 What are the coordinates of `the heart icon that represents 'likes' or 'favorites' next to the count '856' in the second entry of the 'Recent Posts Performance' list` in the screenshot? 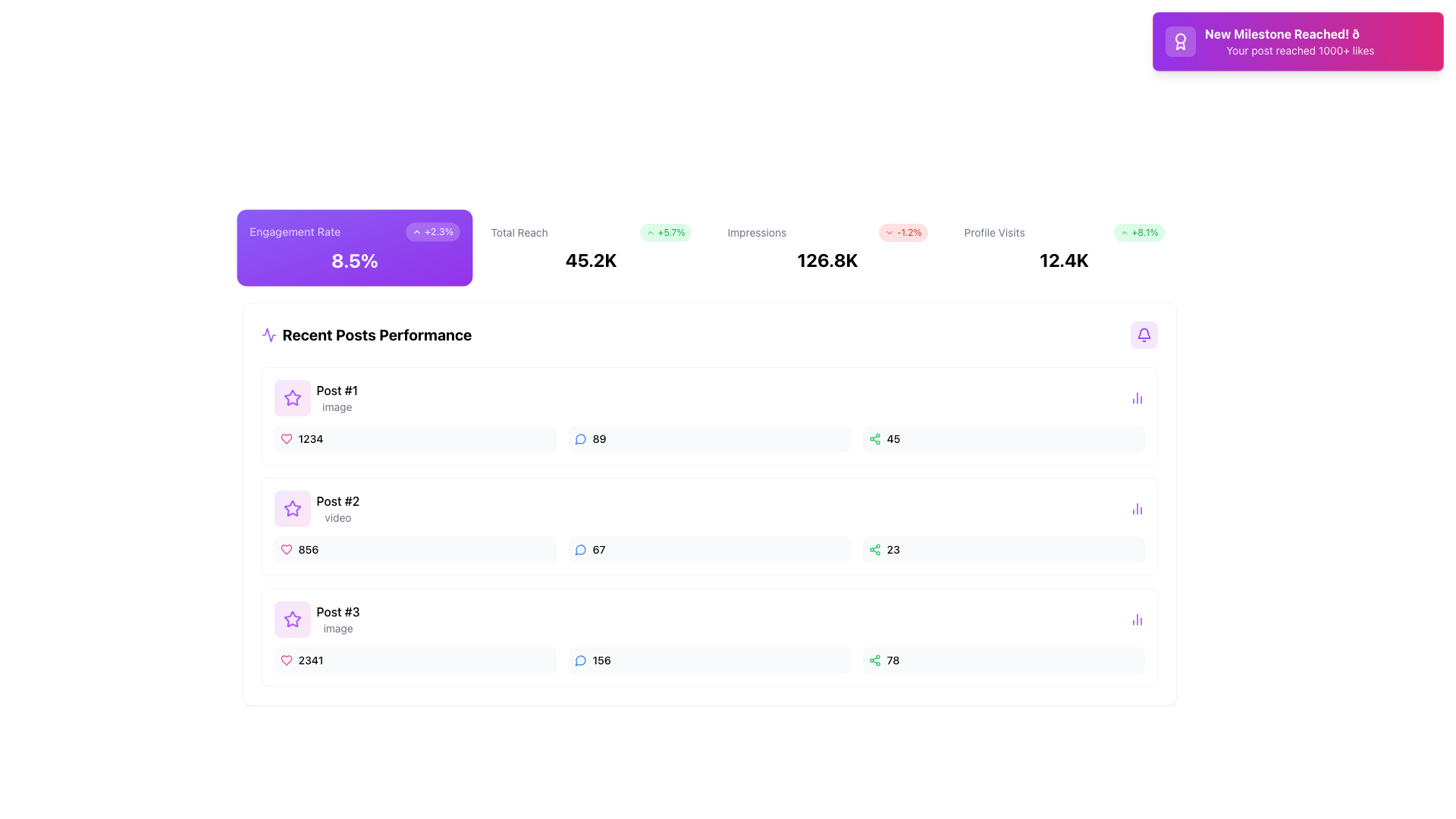 It's located at (286, 550).